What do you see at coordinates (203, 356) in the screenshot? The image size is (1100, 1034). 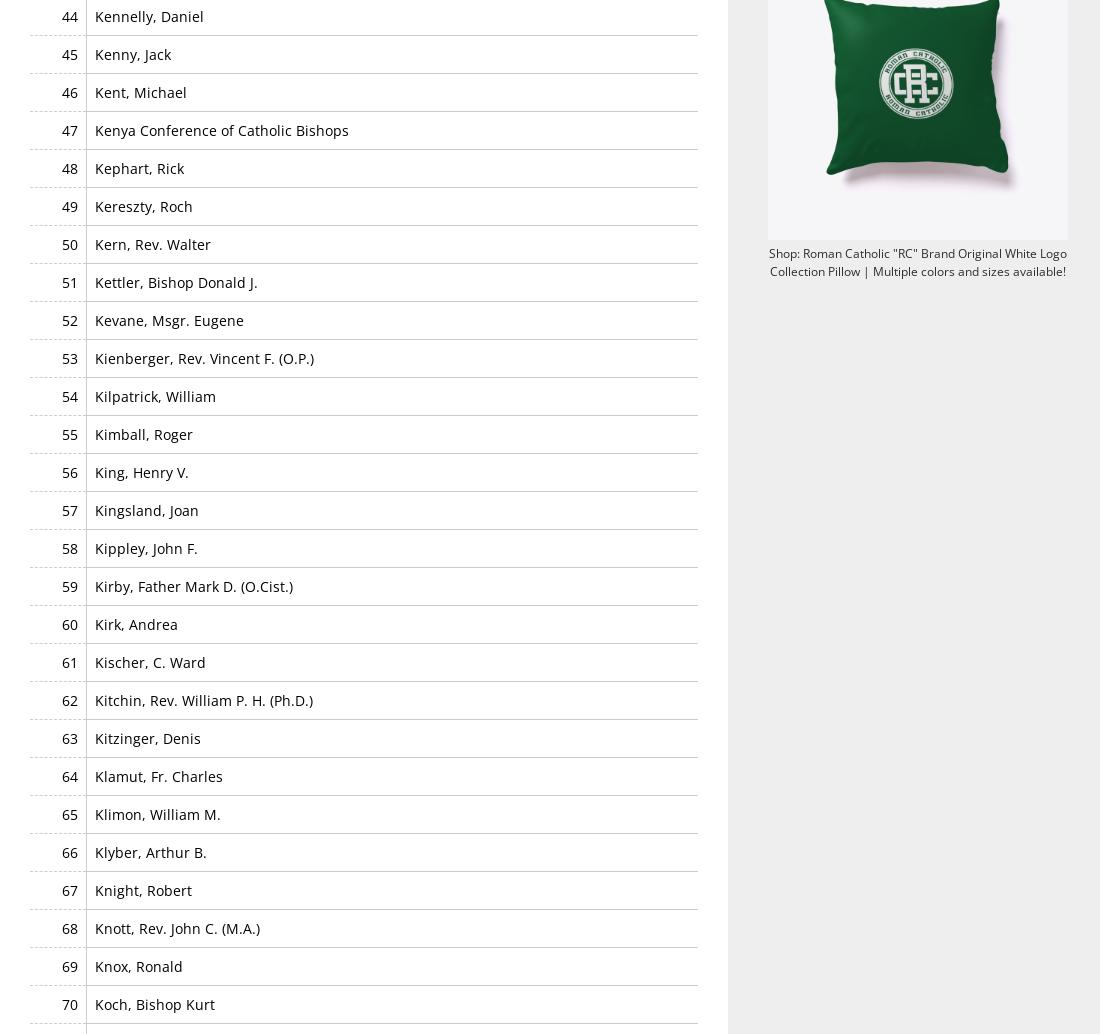 I see `'Kienberger, Rev. Vincent F. (O.P.)'` at bounding box center [203, 356].